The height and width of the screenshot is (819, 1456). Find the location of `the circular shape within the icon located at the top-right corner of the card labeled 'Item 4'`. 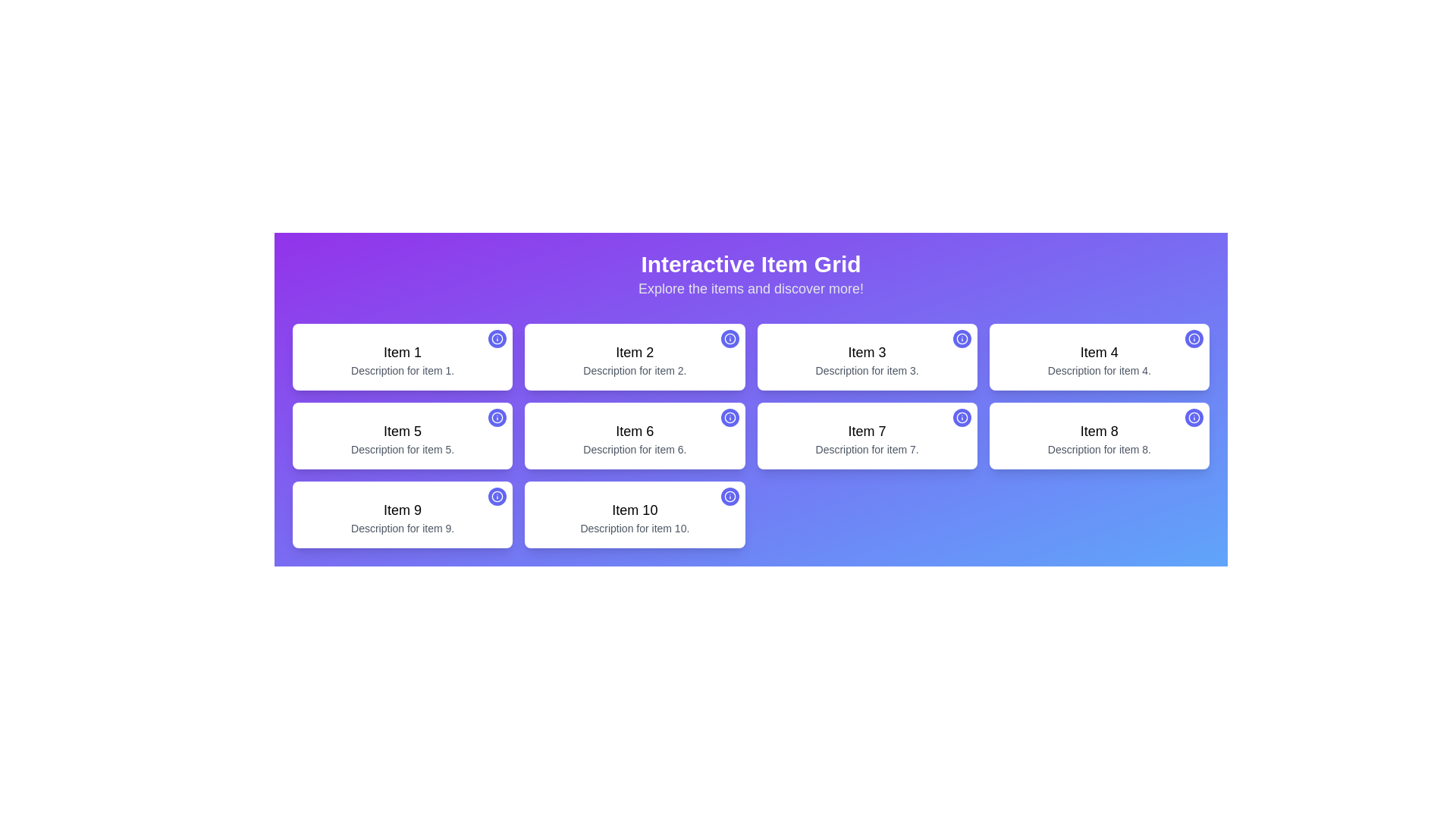

the circular shape within the icon located at the top-right corner of the card labeled 'Item 4' is located at coordinates (1193, 338).